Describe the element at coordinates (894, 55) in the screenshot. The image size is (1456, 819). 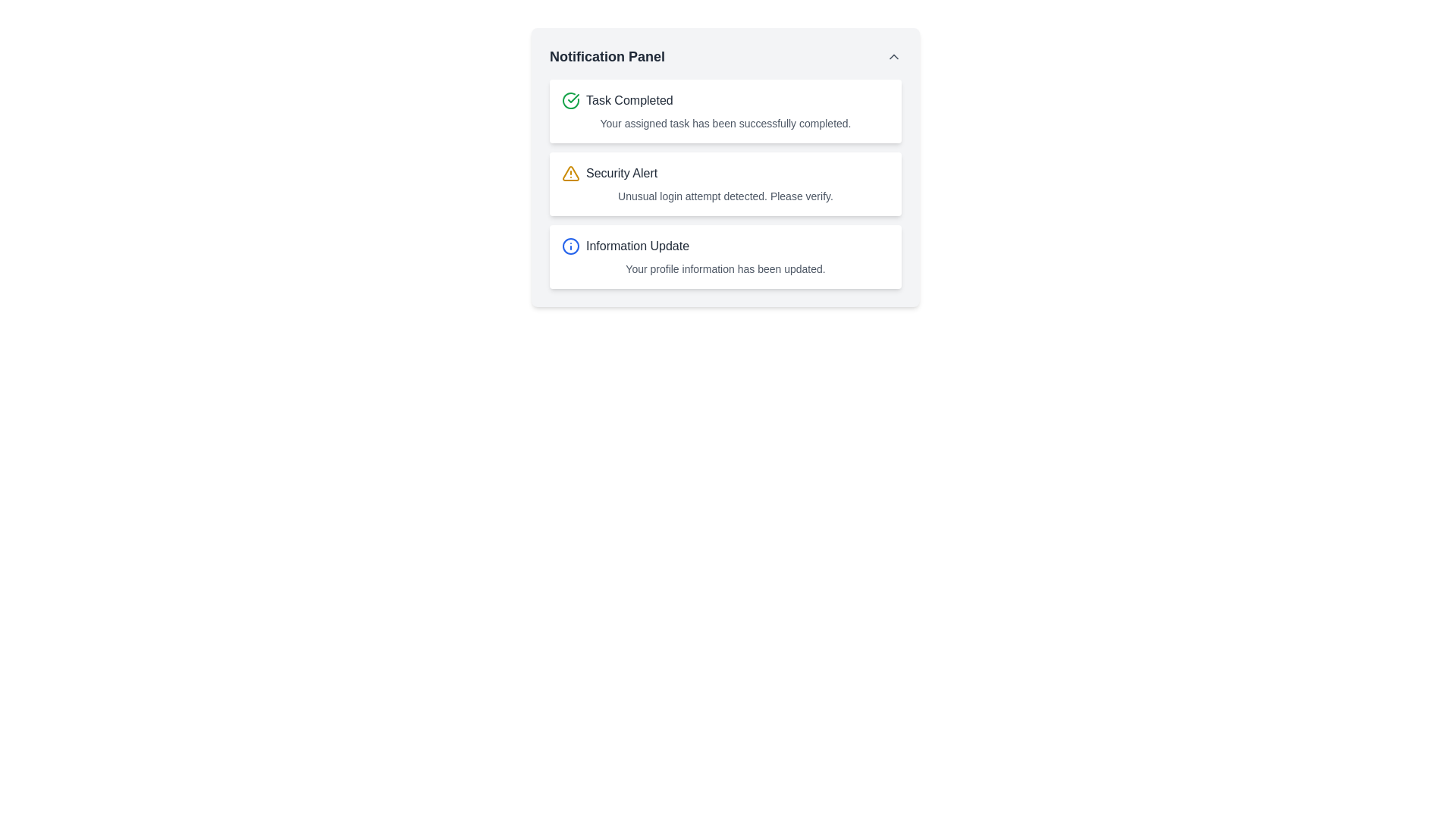
I see `the chevron icon located at the top-right corner of the 'Notification Panel', which serves as a toggle to expand or minimize its content` at that location.